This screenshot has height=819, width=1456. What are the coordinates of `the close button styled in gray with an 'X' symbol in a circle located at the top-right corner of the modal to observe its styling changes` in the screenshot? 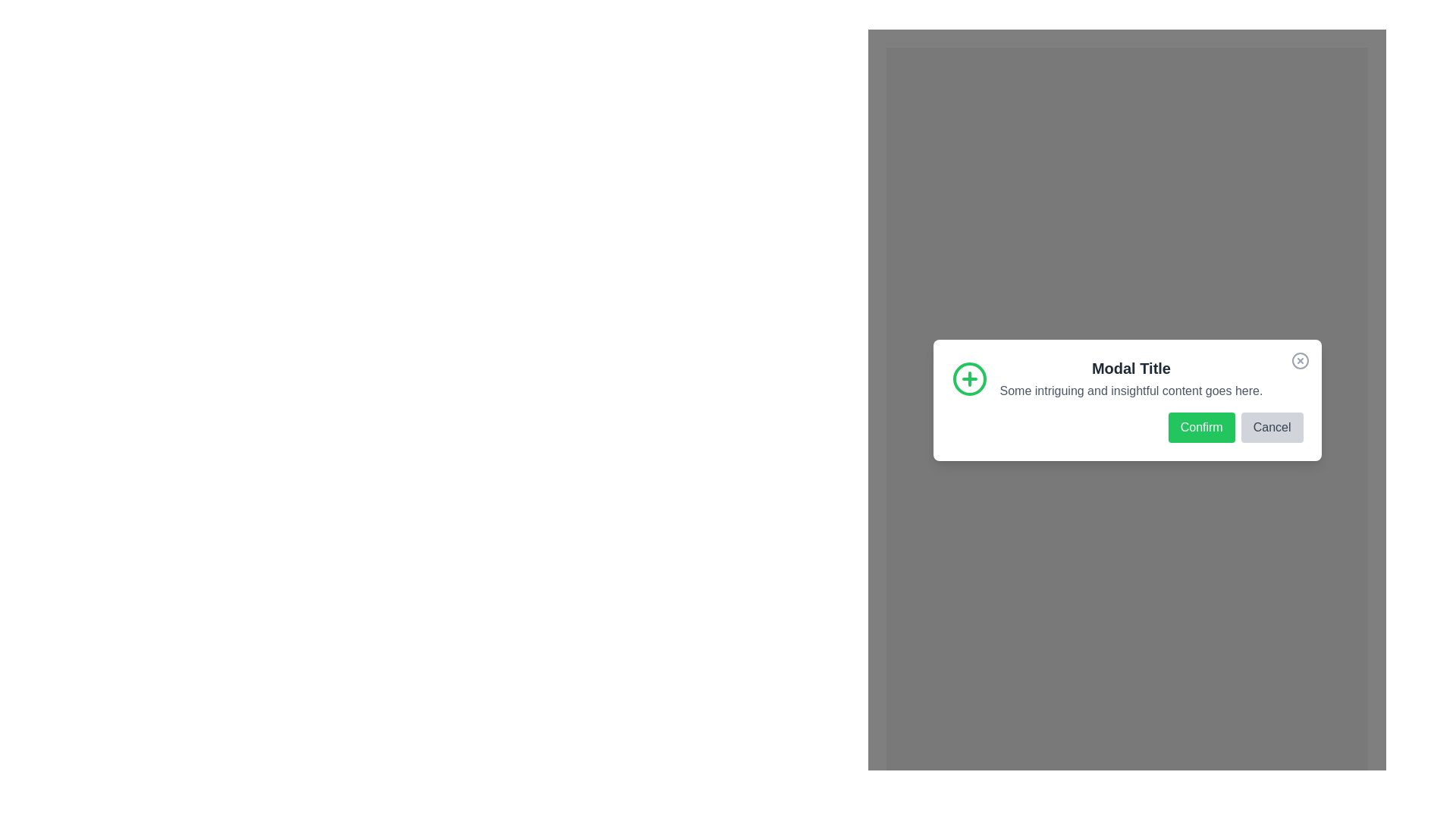 It's located at (1299, 360).